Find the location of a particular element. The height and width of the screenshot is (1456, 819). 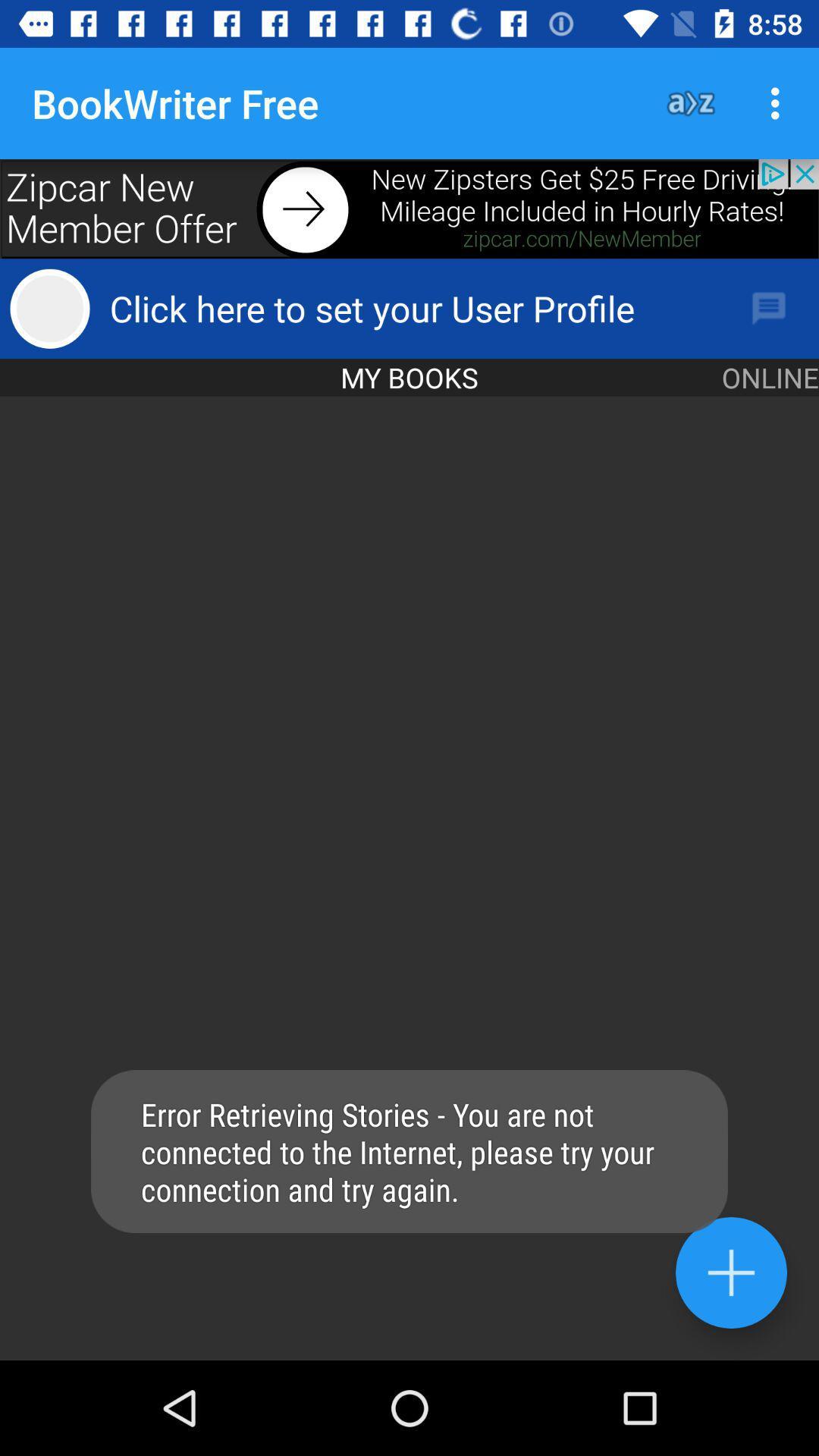

the add icon is located at coordinates (730, 1272).